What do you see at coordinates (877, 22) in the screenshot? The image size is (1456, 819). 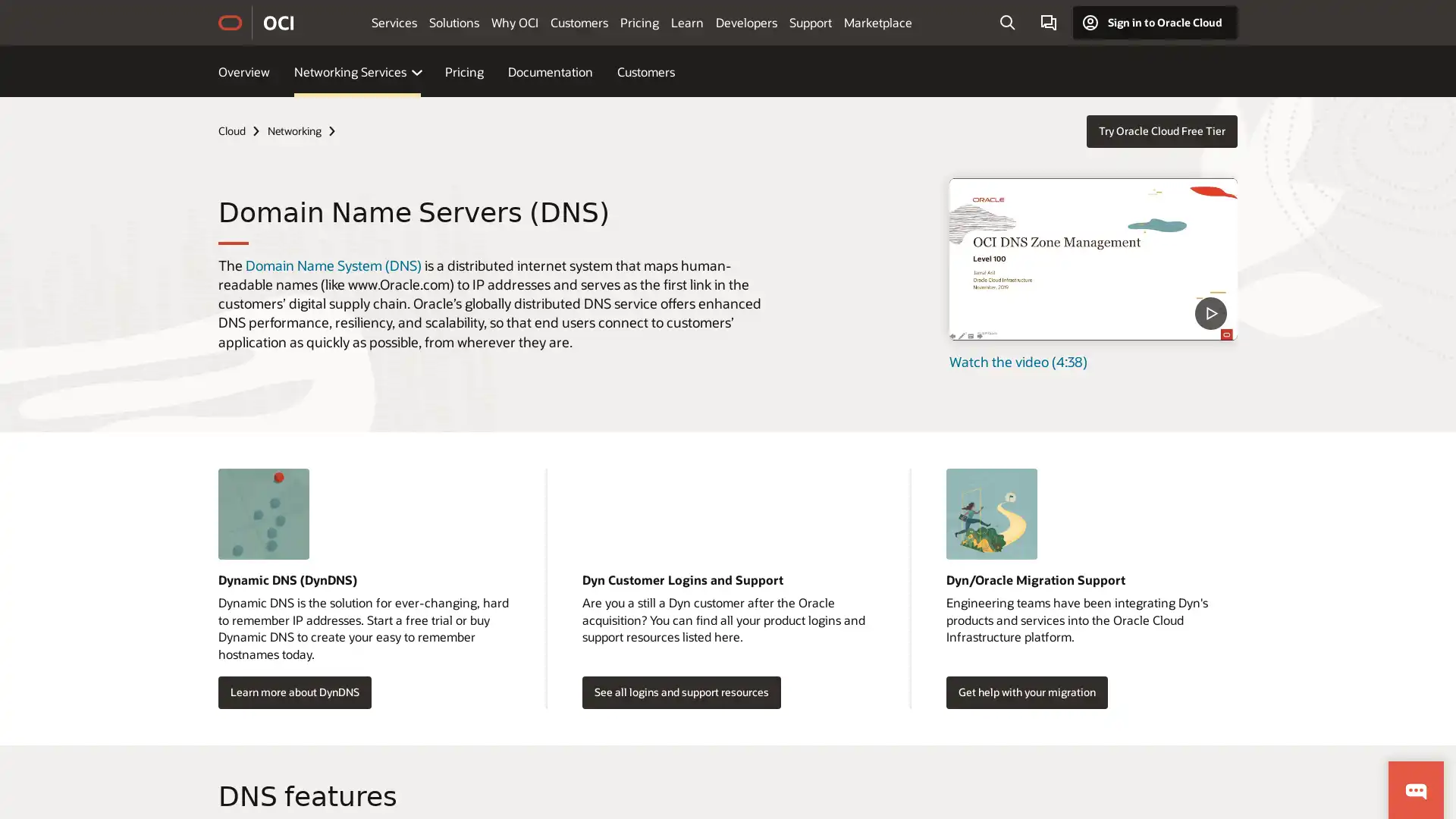 I see `Marketplace` at bounding box center [877, 22].